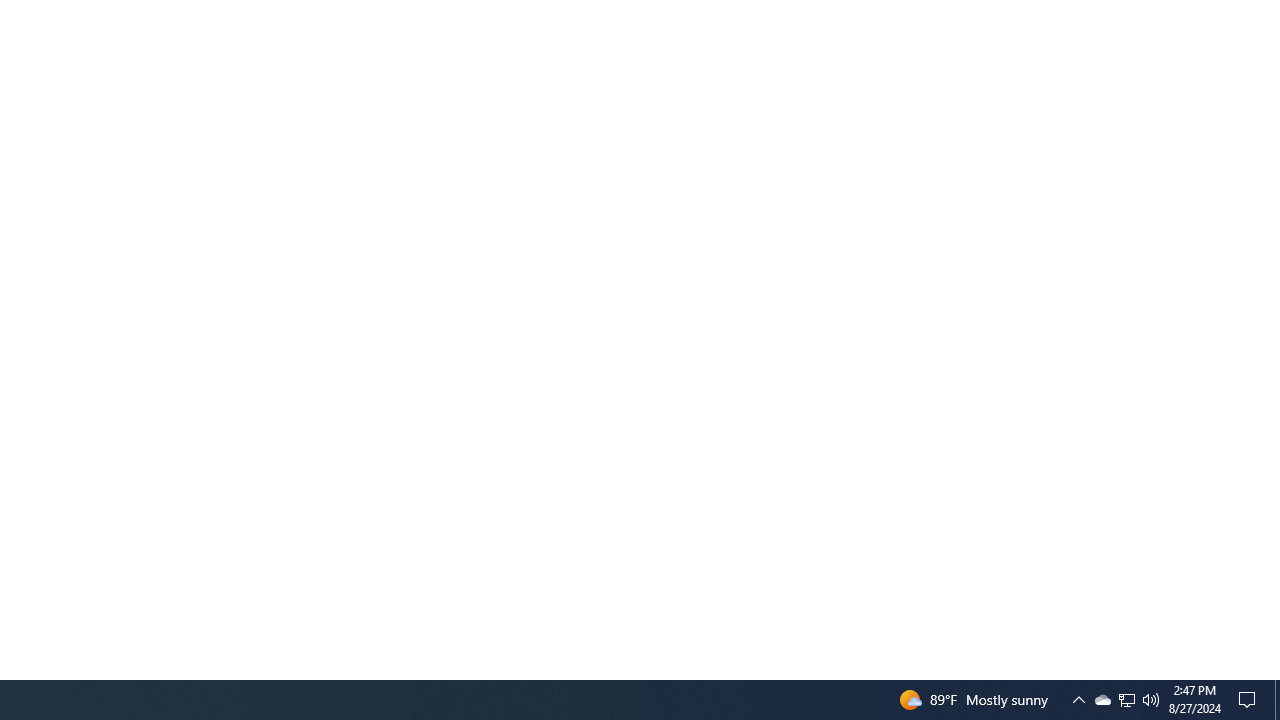  Describe the element at coordinates (1276, 698) in the screenshot. I see `'Action Center, No new notifications'` at that location.